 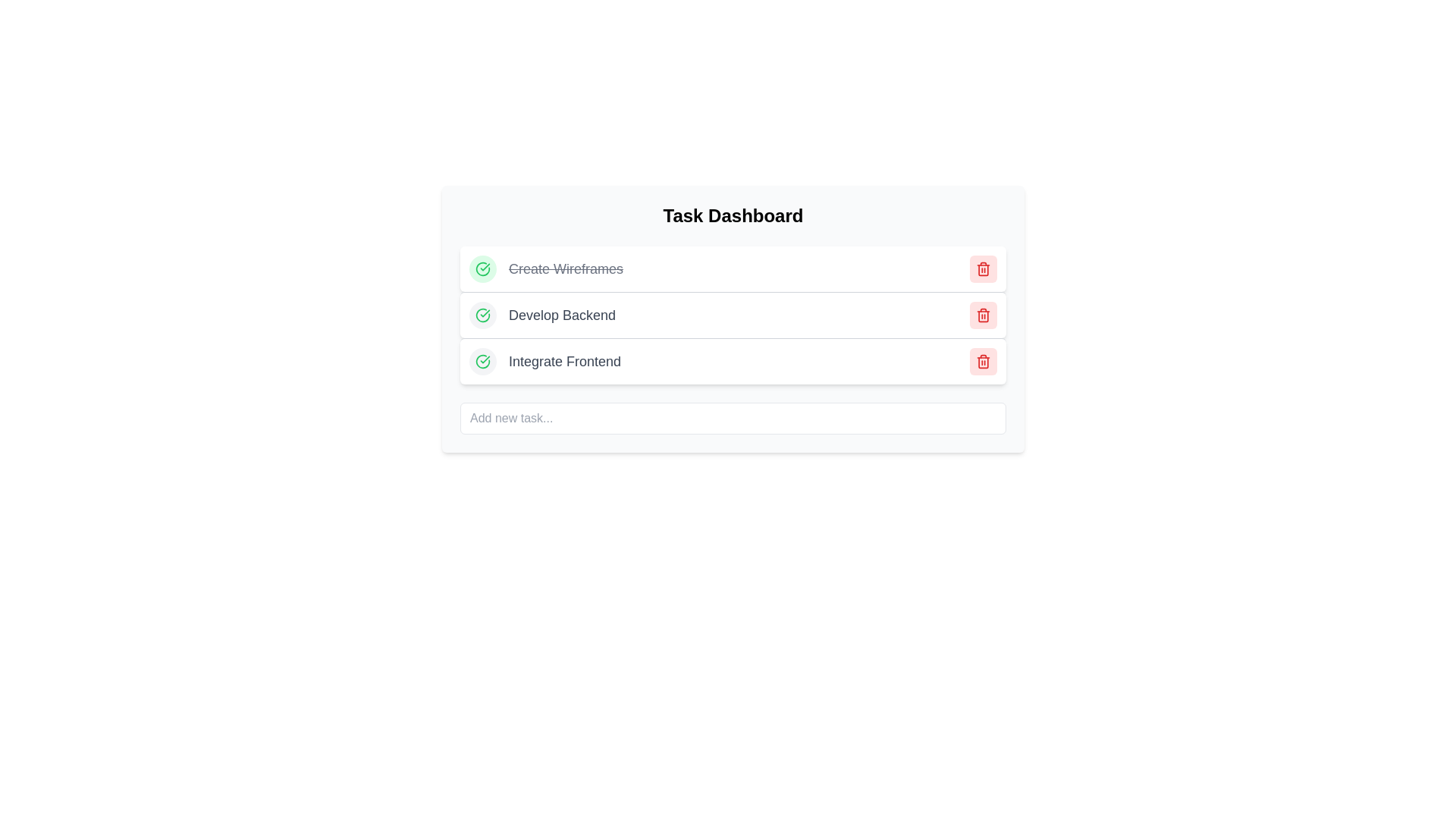 I want to click on the static text label that indicates the completion of the task 'Create Wireframes', which is styled with a strikethrough and located in the first row of the task list on the 'Task Dashboard', so click(x=565, y=268).